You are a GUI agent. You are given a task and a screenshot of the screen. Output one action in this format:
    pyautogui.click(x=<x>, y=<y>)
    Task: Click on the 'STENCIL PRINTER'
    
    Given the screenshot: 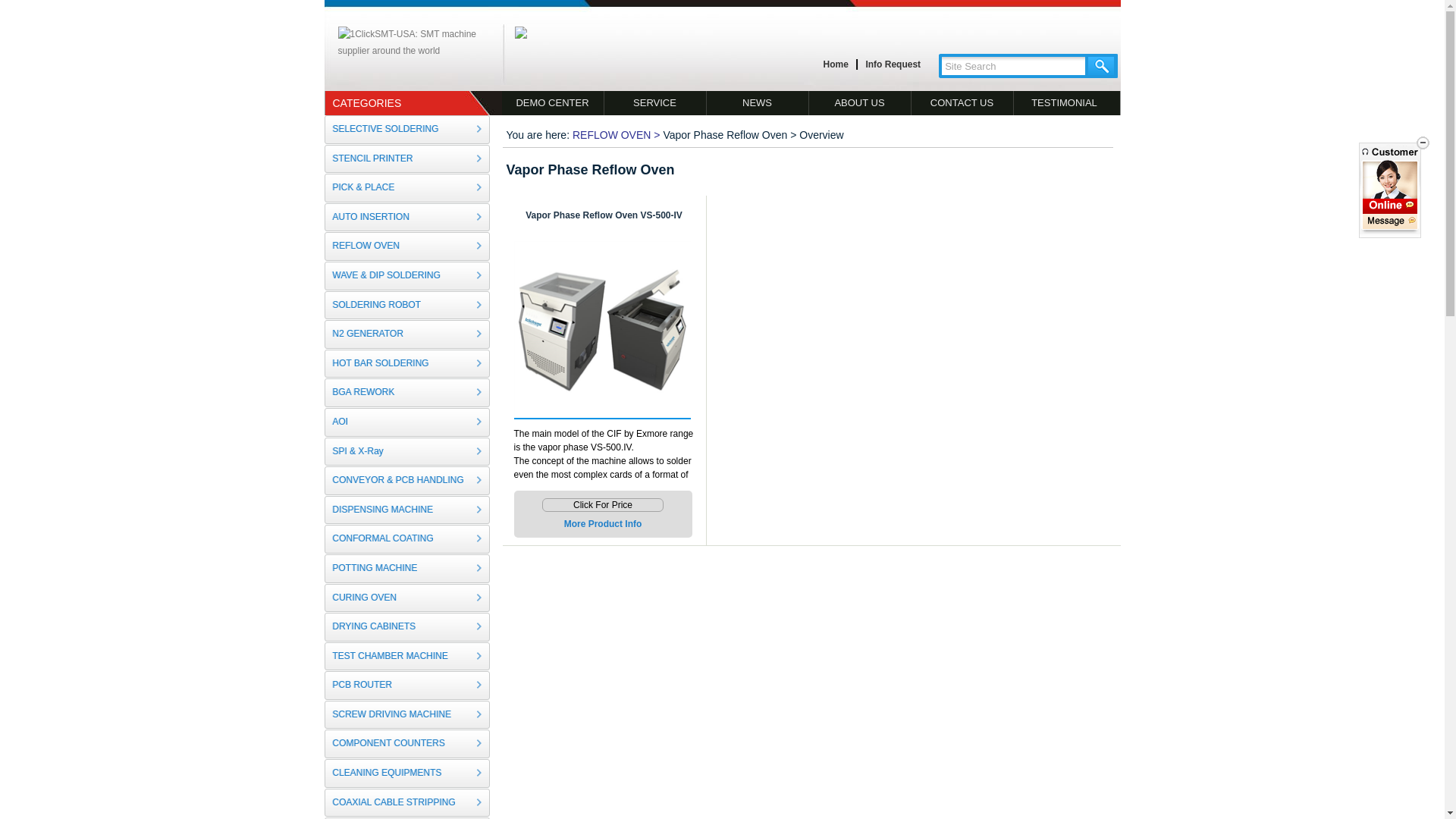 What is the action you would take?
    pyautogui.click(x=407, y=158)
    